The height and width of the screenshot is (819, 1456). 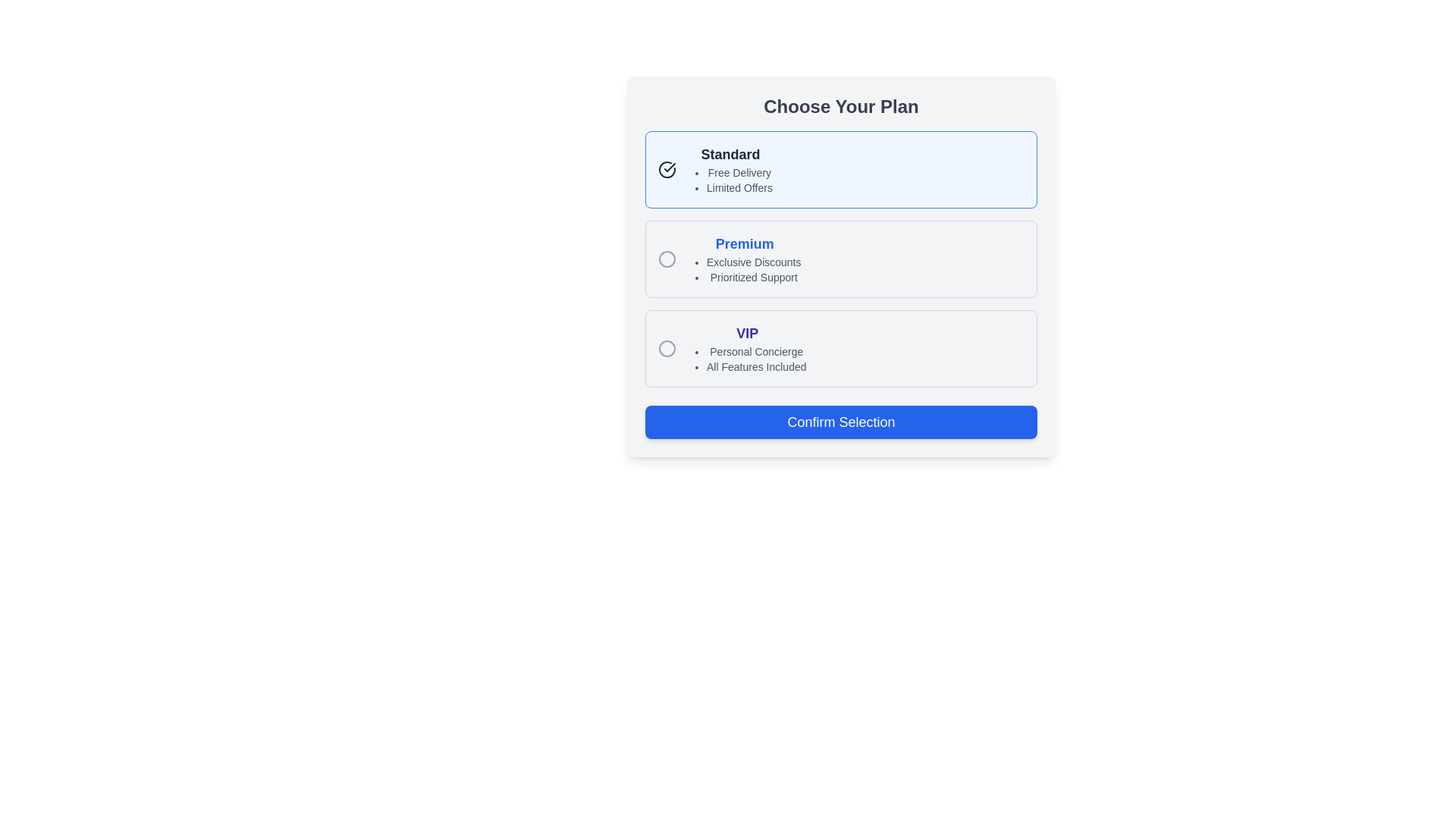 I want to click on the 'Premium' text label, which is formatted in bold, blue font and is visually prominent within the selection card group, so click(x=745, y=243).